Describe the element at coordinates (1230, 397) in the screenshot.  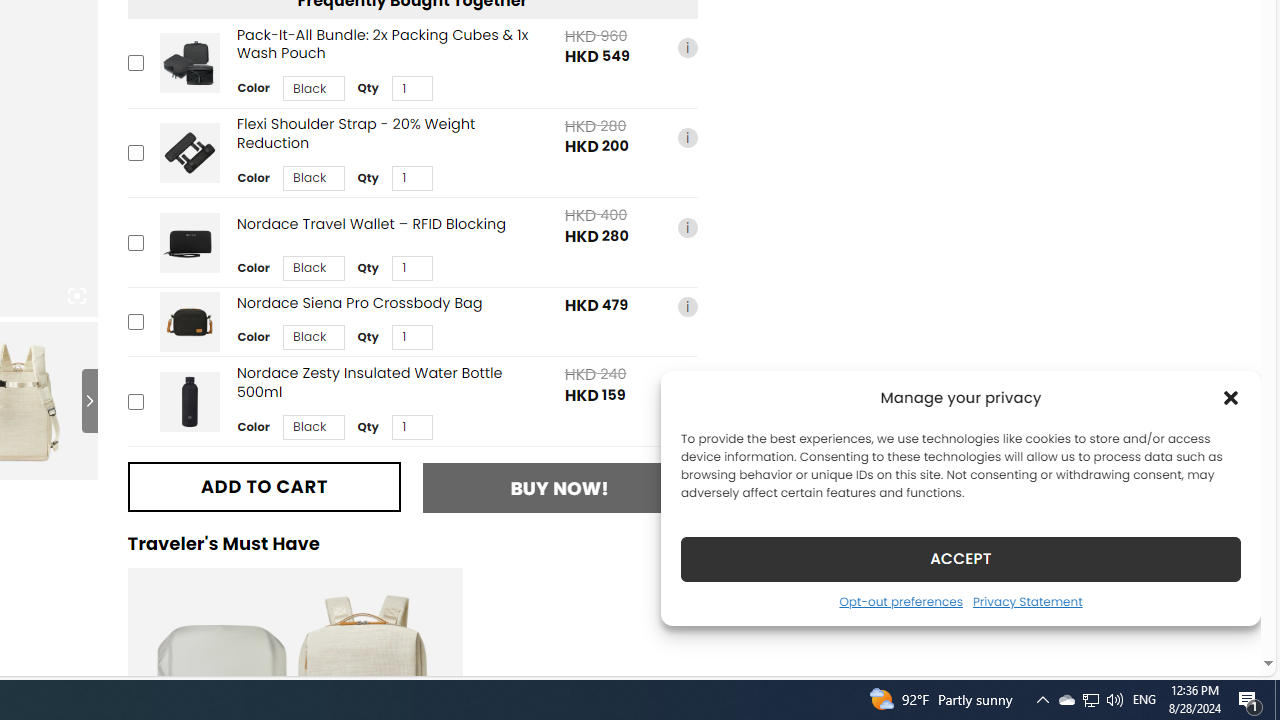
I see `'Class: cmplz-close'` at that location.